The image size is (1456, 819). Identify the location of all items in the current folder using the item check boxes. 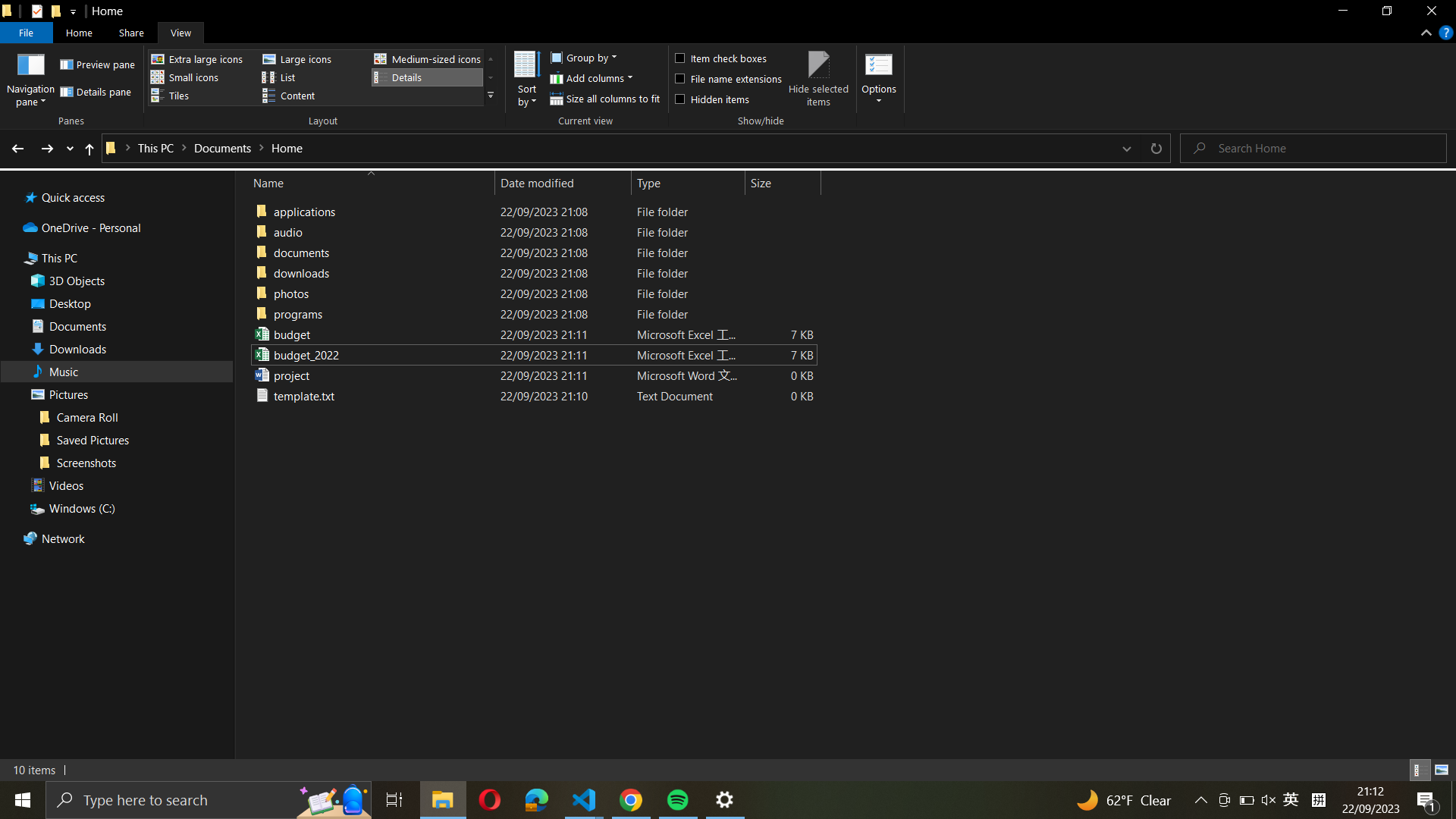
(726, 55).